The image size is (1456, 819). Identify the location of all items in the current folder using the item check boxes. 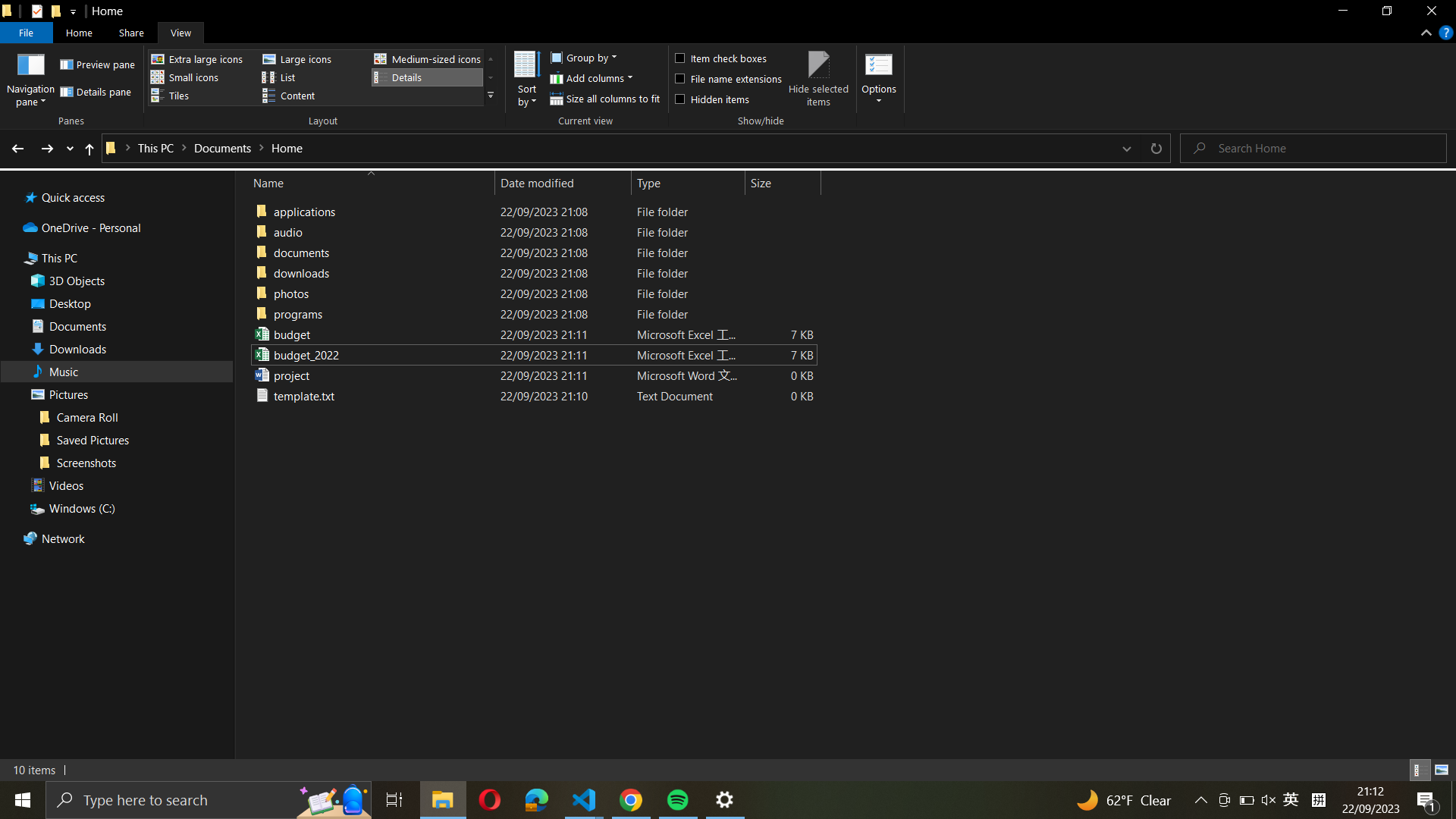
(726, 55).